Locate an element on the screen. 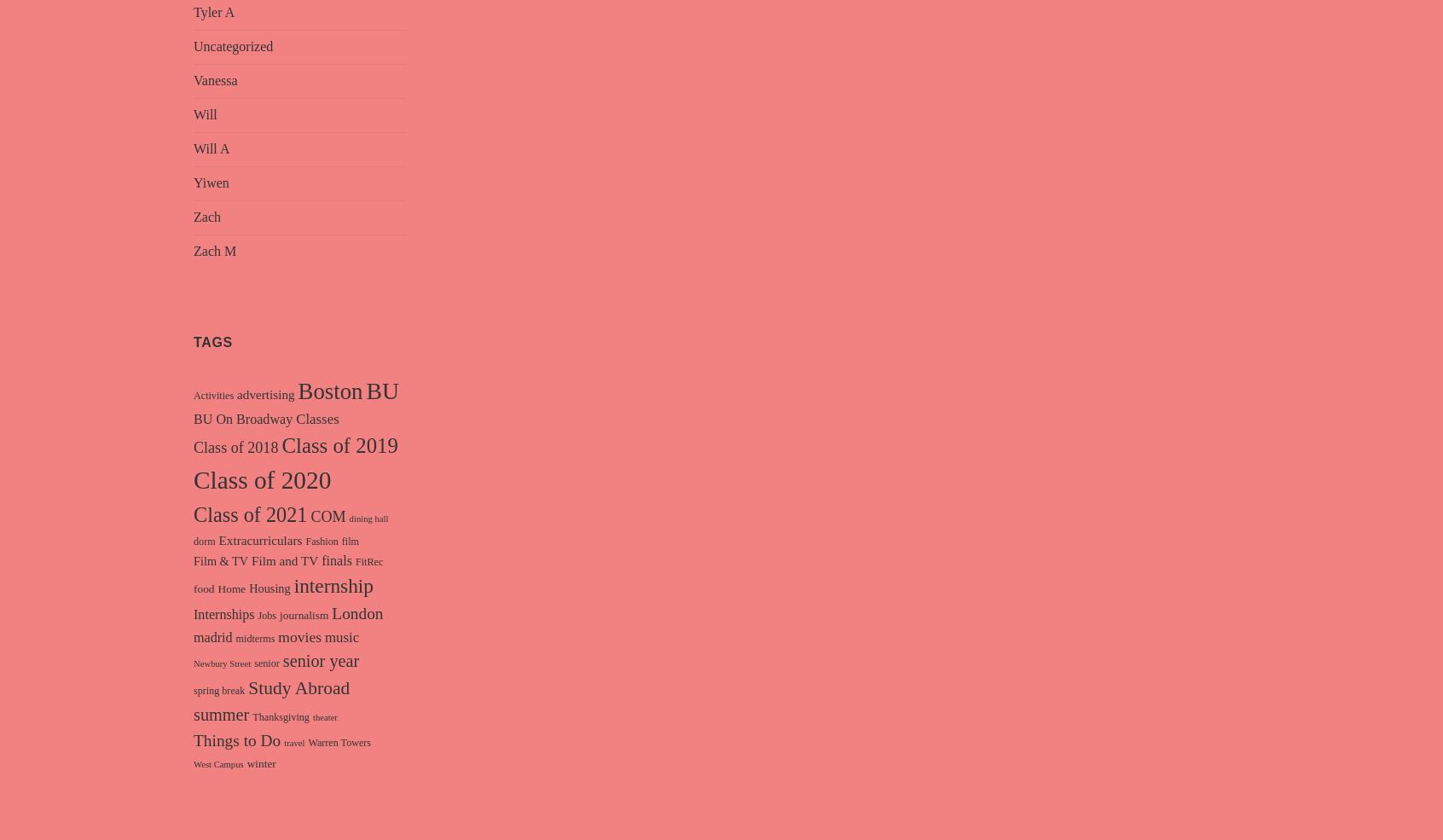 This screenshot has width=1443, height=840. 'Will A' is located at coordinates (194, 148).